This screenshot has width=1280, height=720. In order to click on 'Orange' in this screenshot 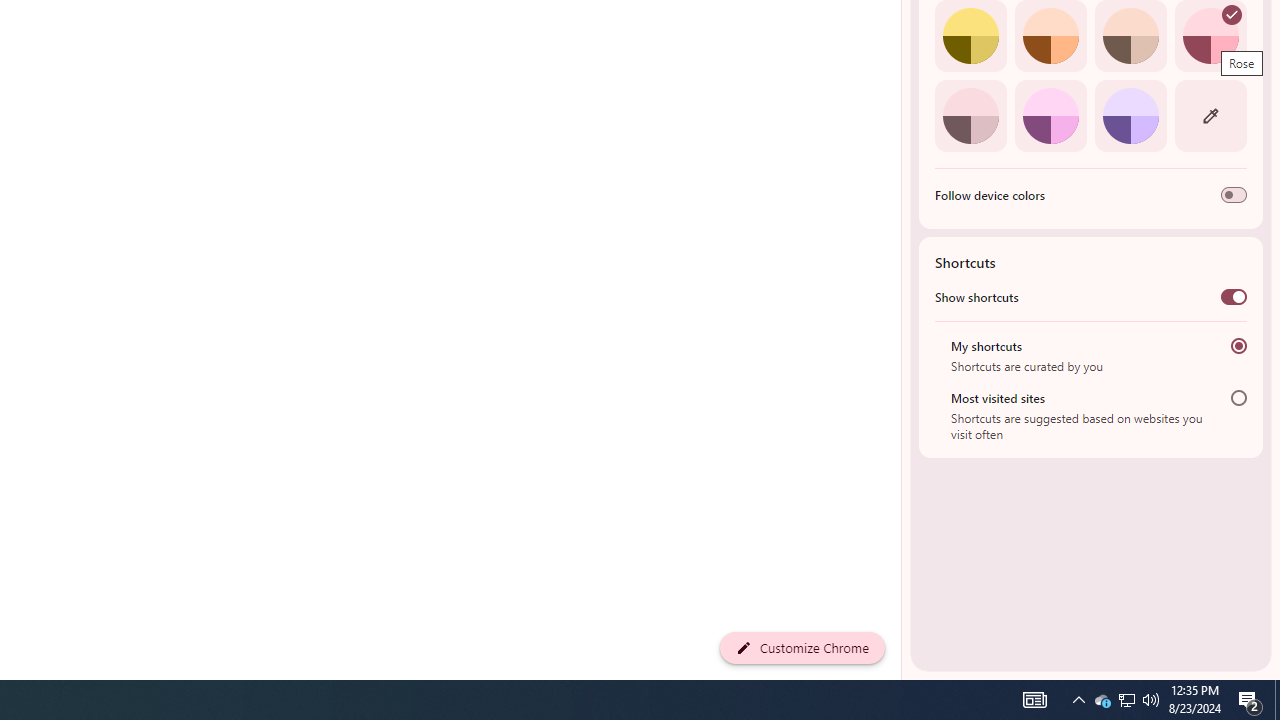, I will do `click(1049, 36)`.